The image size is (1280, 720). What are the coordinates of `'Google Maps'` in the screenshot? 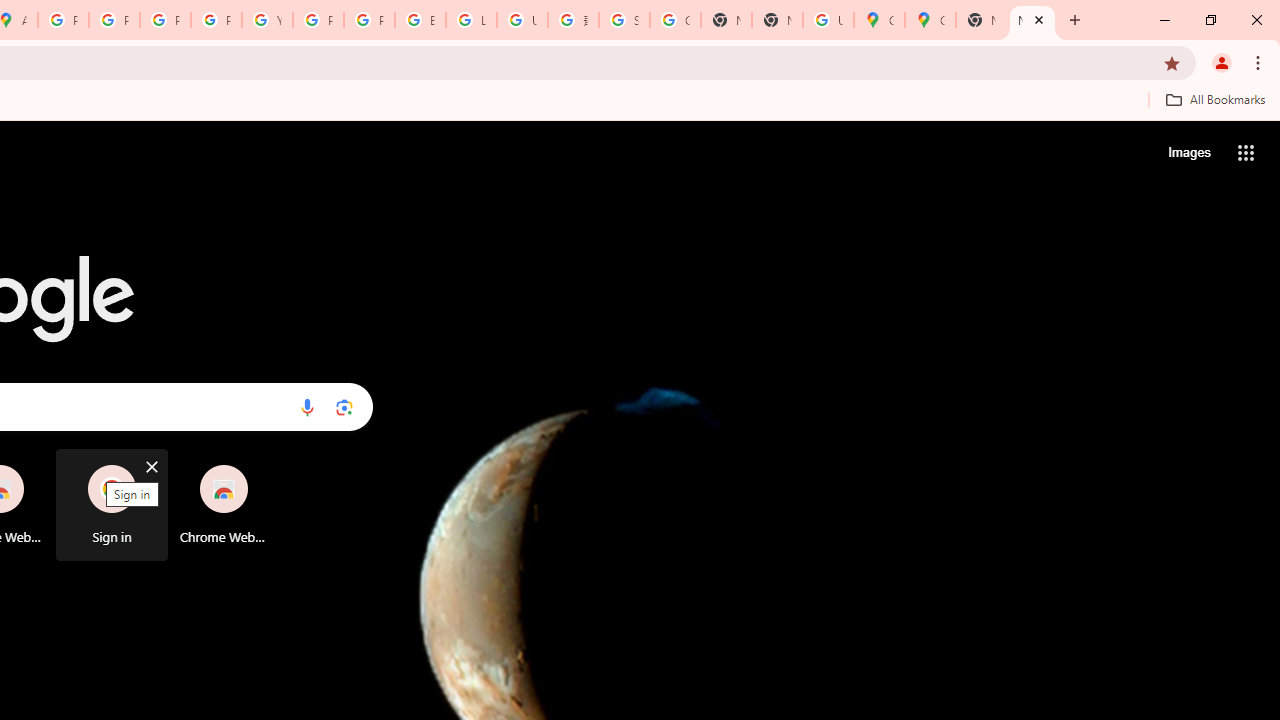 It's located at (929, 20).